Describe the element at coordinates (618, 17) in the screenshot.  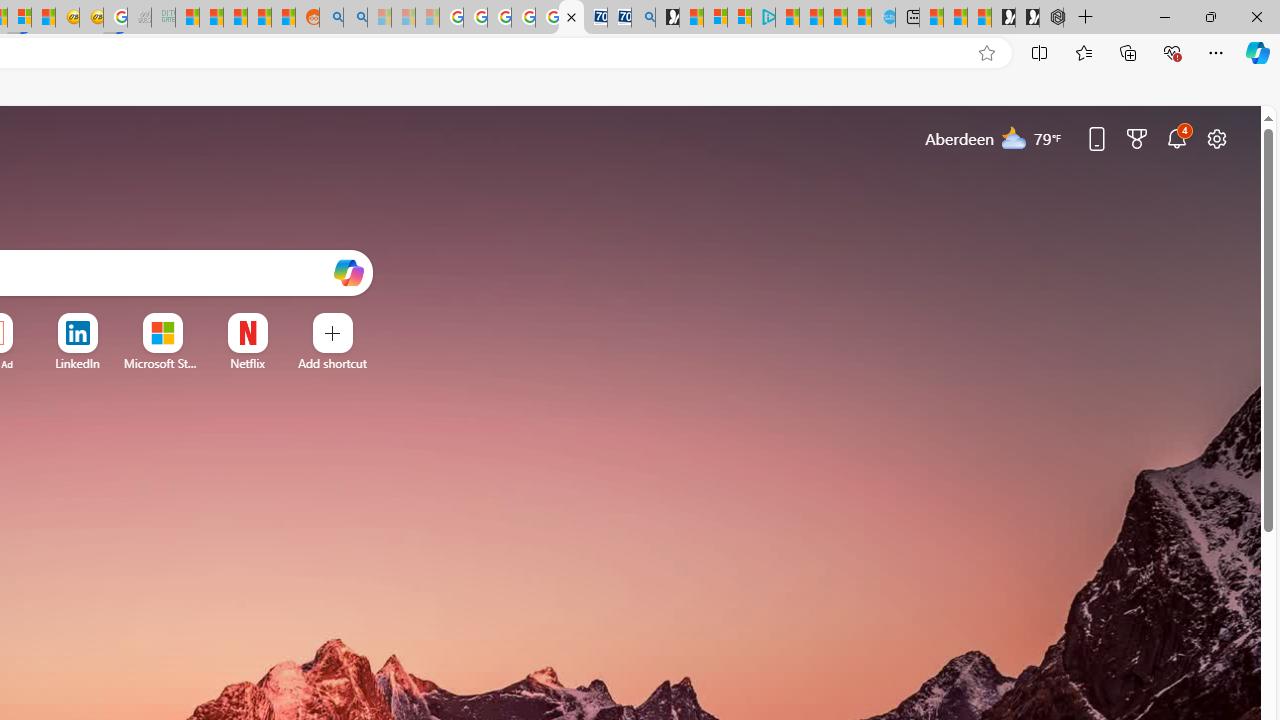
I see `'Cheap Car Rentals - Save70.com'` at that location.